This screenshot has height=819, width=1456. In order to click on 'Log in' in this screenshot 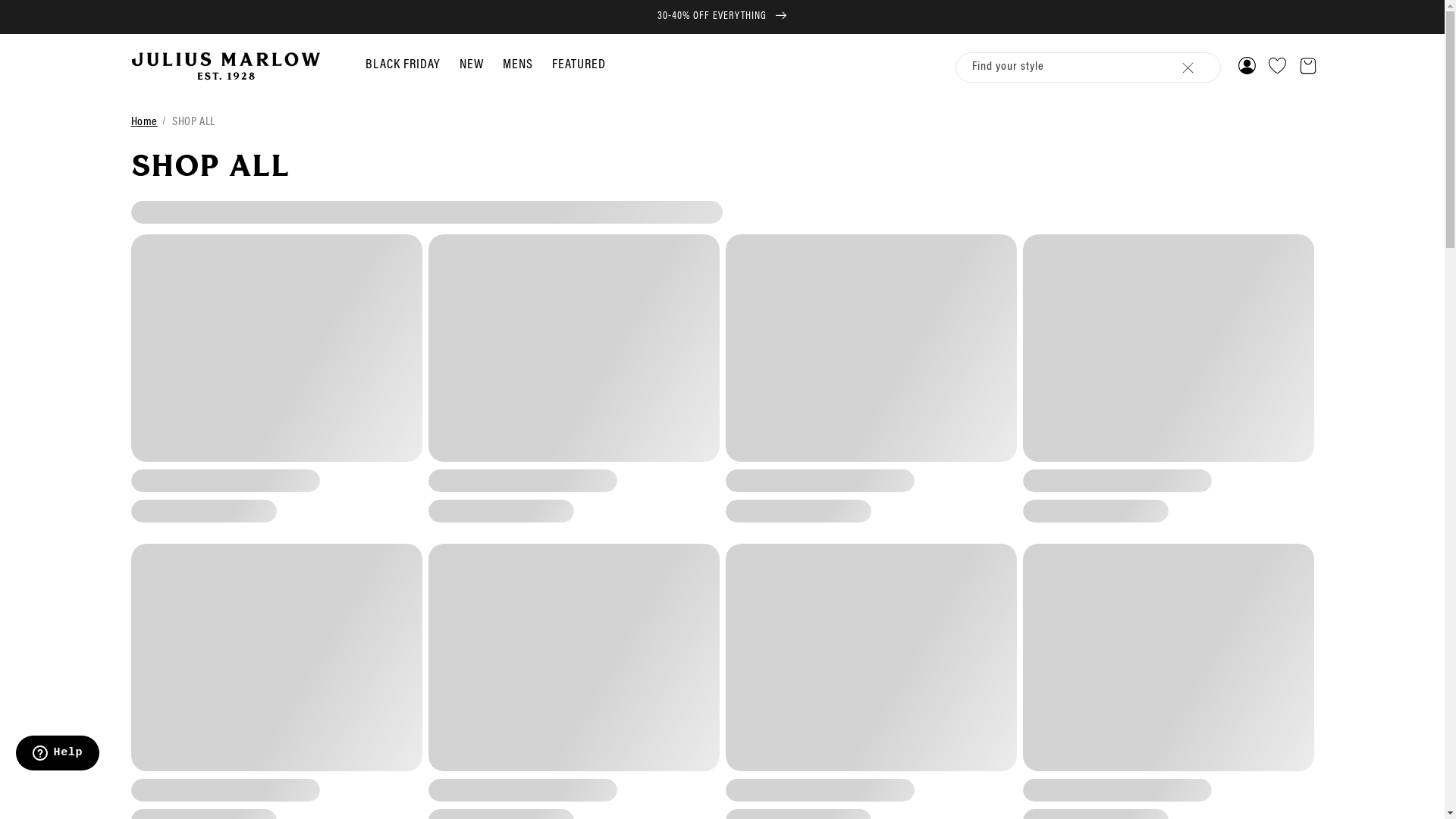, I will do `click(1246, 65)`.